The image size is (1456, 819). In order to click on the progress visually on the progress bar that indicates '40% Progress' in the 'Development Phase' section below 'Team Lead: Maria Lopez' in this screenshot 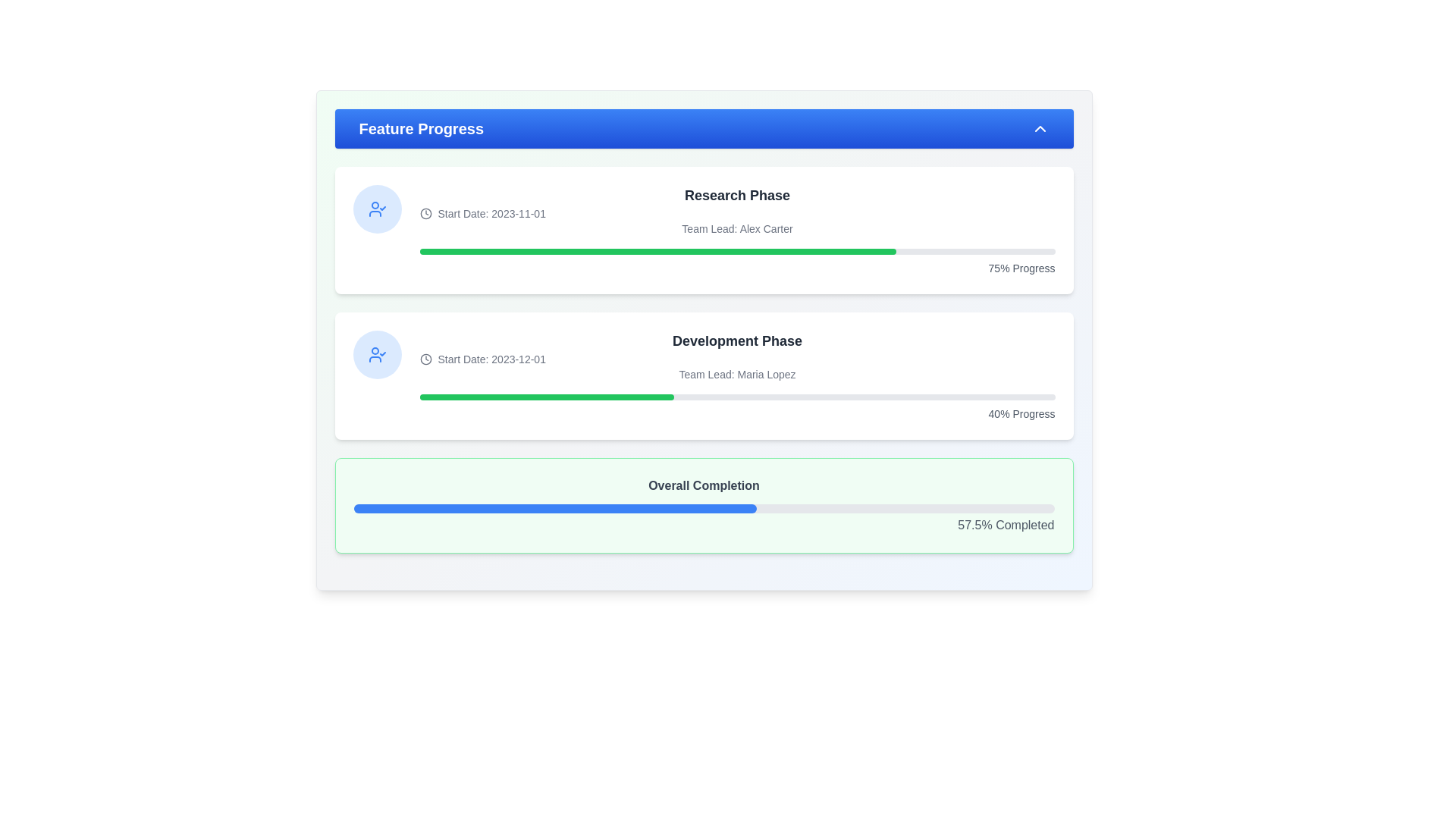, I will do `click(737, 397)`.